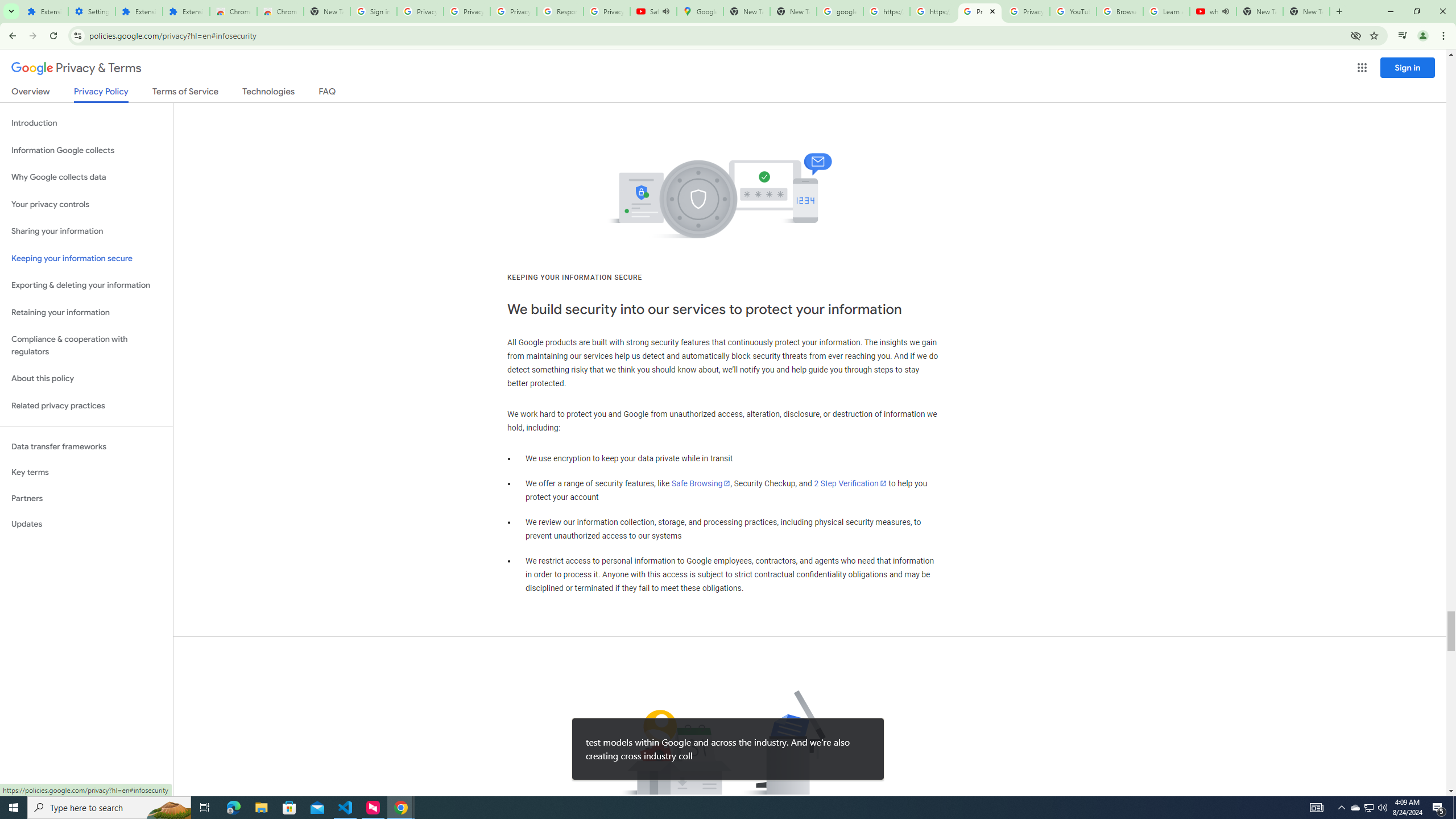  Describe the element at coordinates (1119, 11) in the screenshot. I see `'Browse Chrome as a guest - Computer - Google Chrome Help'` at that location.